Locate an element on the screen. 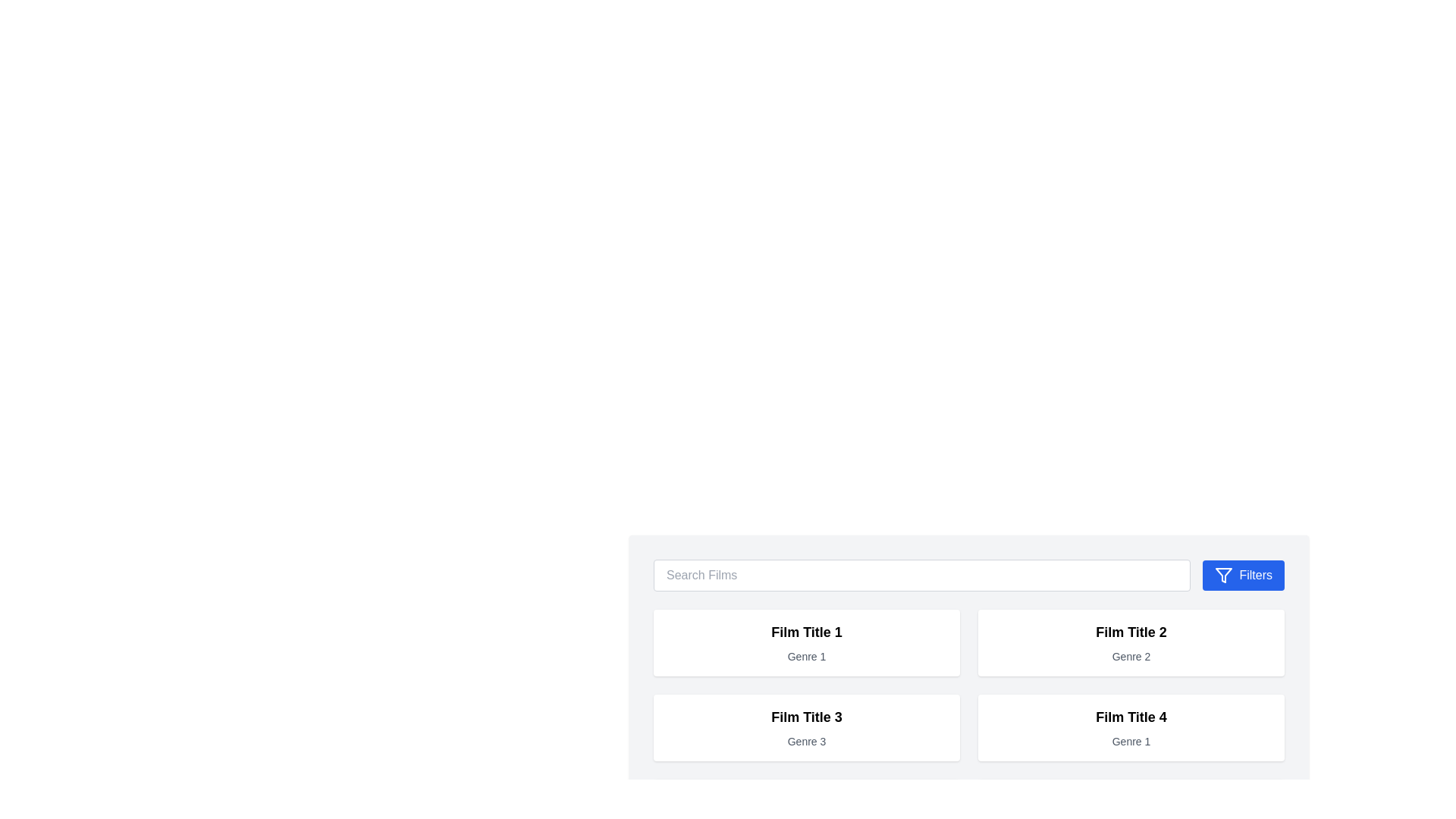 This screenshot has height=819, width=1456. the film entry card located in the second row, second column of the grid view is located at coordinates (1131, 727).